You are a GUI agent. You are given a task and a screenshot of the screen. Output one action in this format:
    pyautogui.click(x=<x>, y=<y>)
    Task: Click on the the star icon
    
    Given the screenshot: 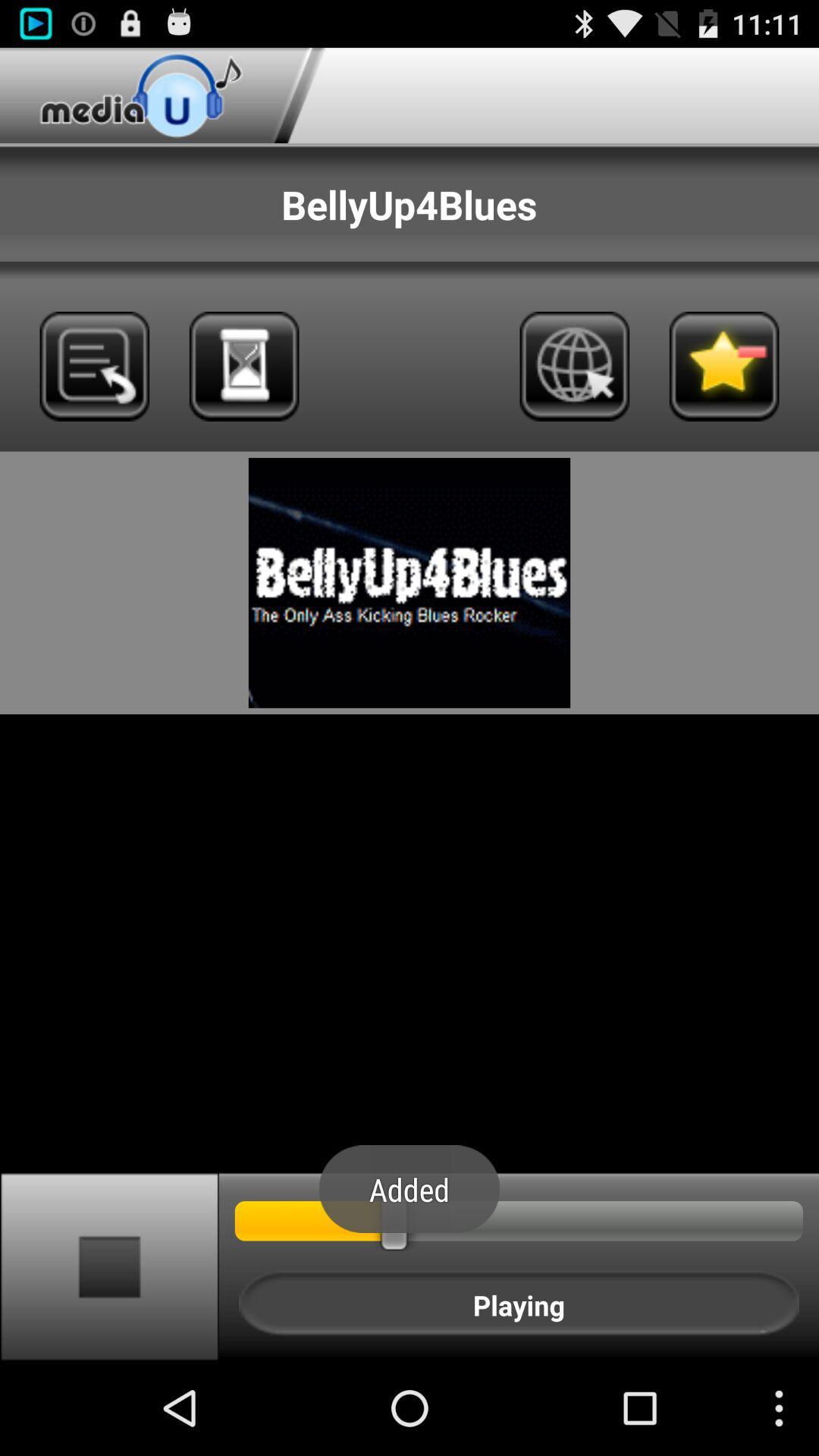 What is the action you would take?
    pyautogui.click(x=723, y=392)
    